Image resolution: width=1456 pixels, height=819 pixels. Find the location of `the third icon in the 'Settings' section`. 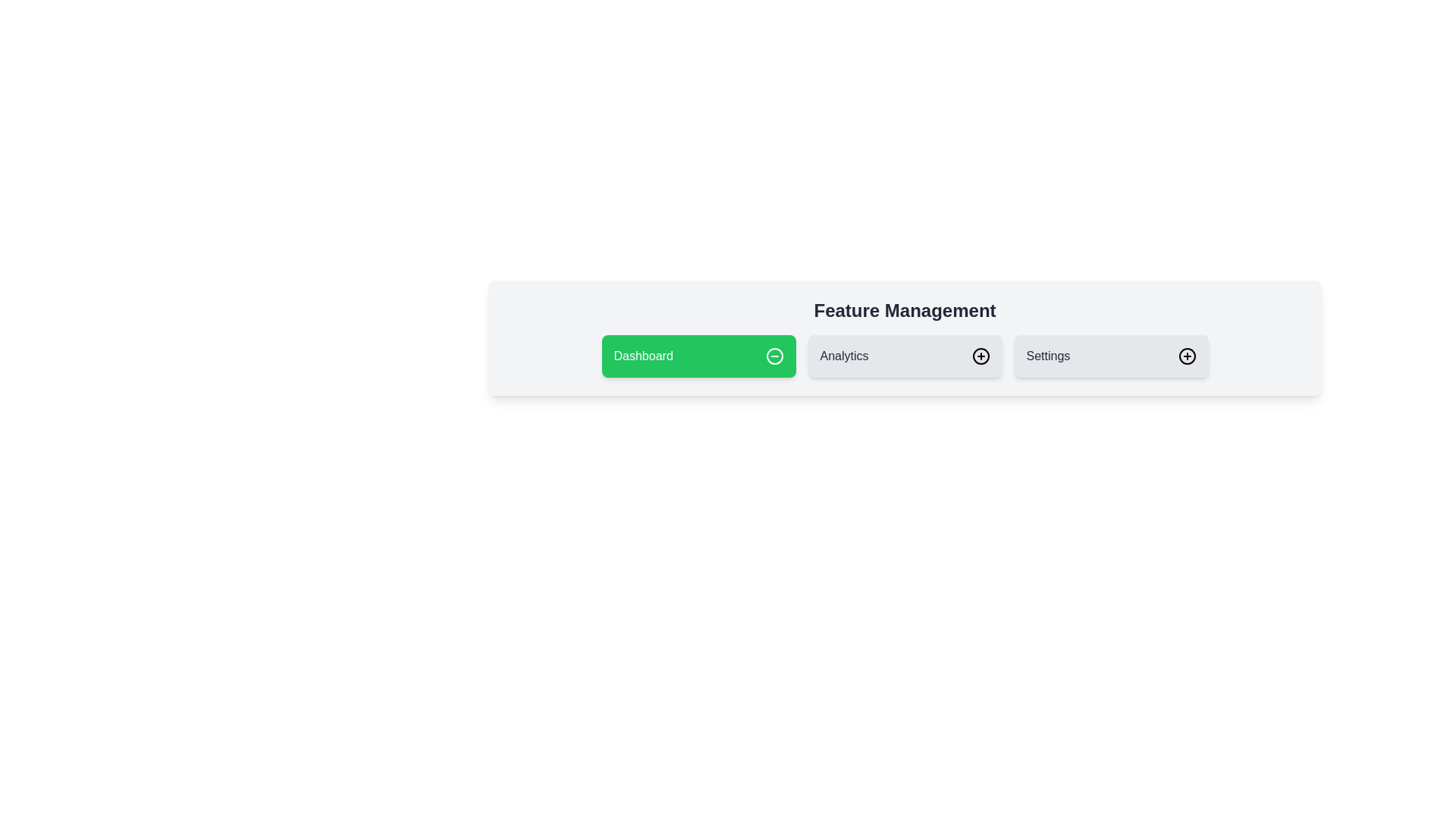

the third icon in the 'Settings' section is located at coordinates (1186, 356).